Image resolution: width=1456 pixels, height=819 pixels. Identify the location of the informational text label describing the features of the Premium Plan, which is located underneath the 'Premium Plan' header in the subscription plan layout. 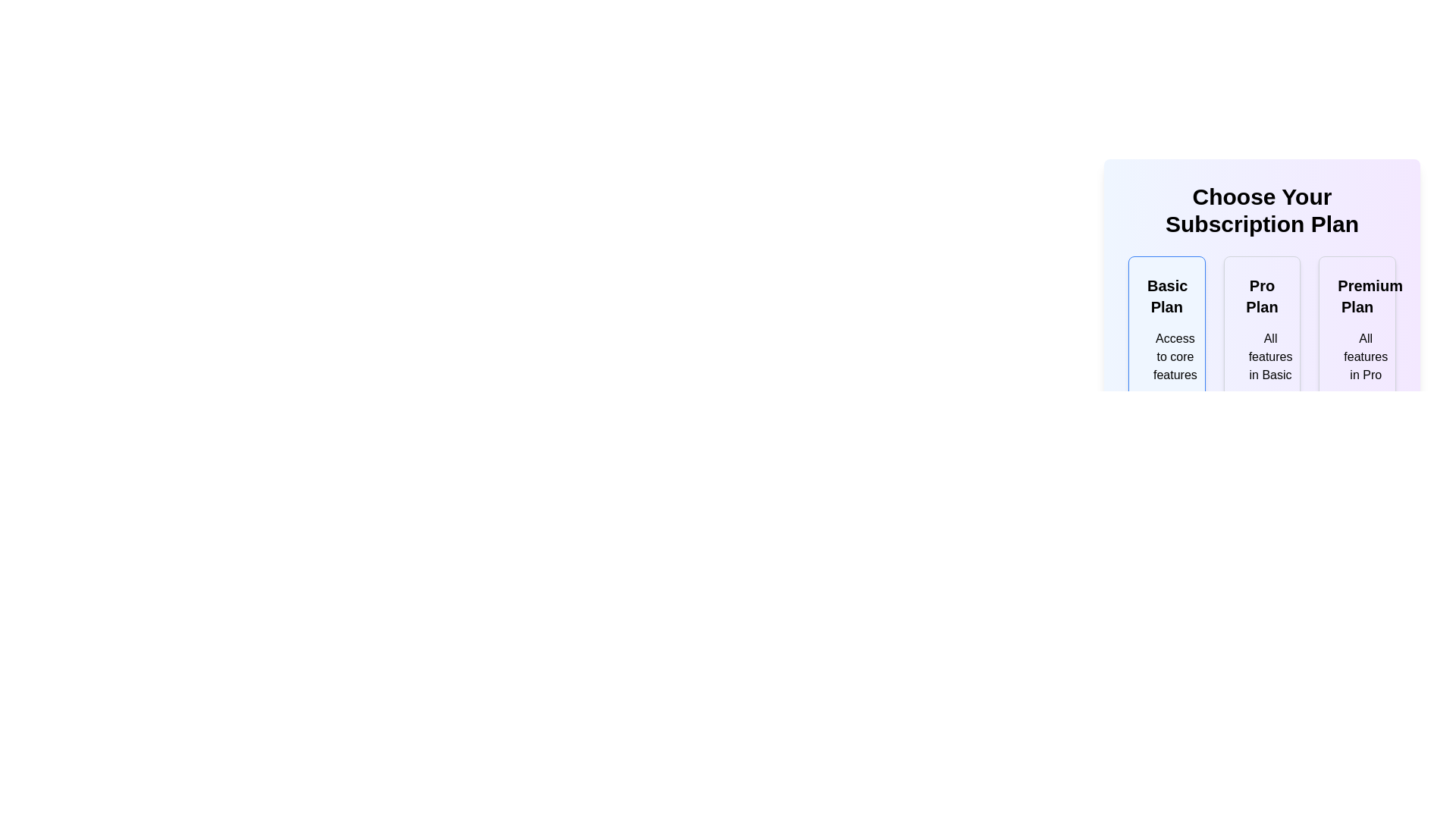
(1366, 356).